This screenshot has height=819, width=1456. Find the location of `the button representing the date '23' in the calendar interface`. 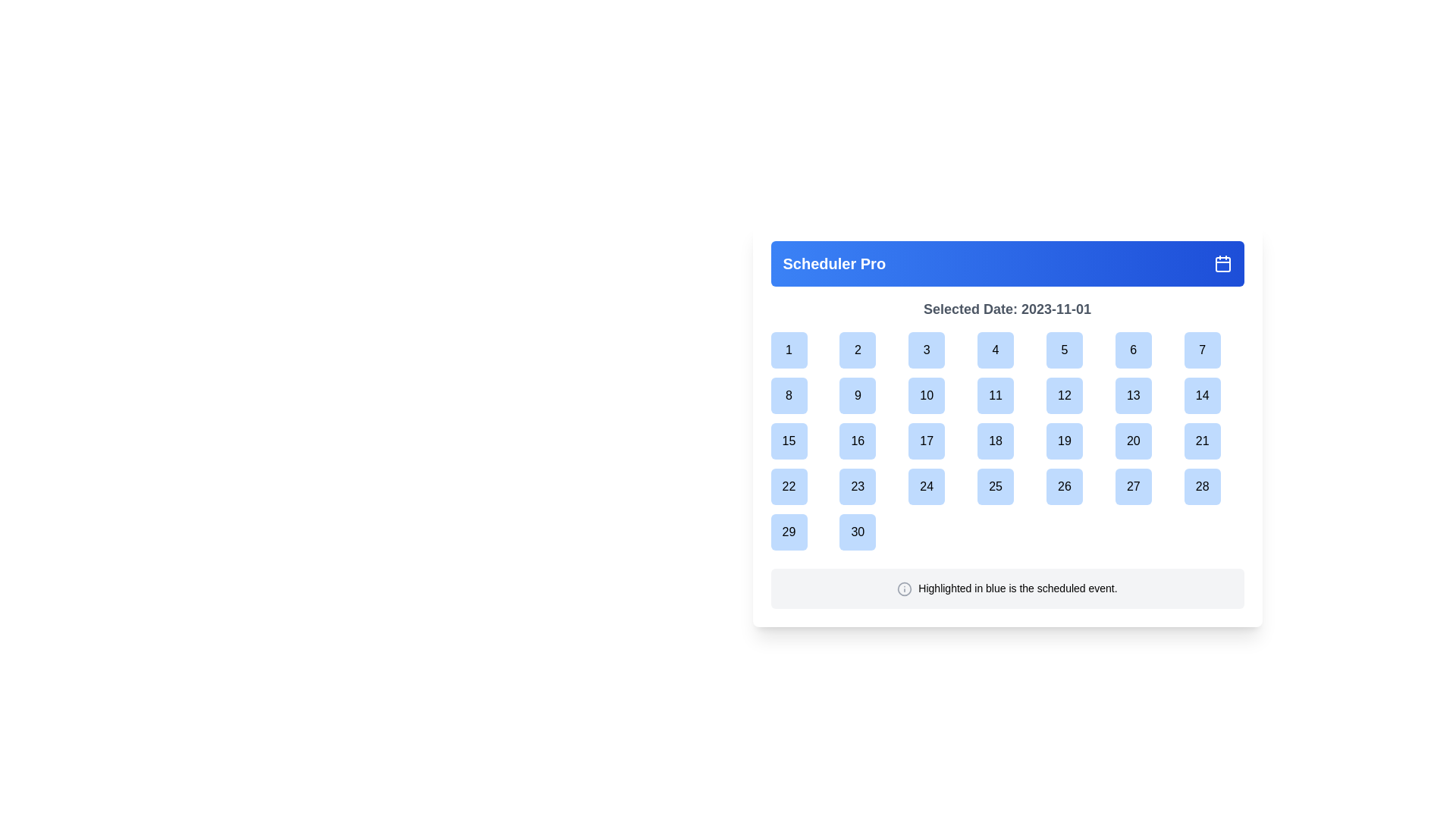

the button representing the date '23' in the calendar interface is located at coordinates (869, 486).